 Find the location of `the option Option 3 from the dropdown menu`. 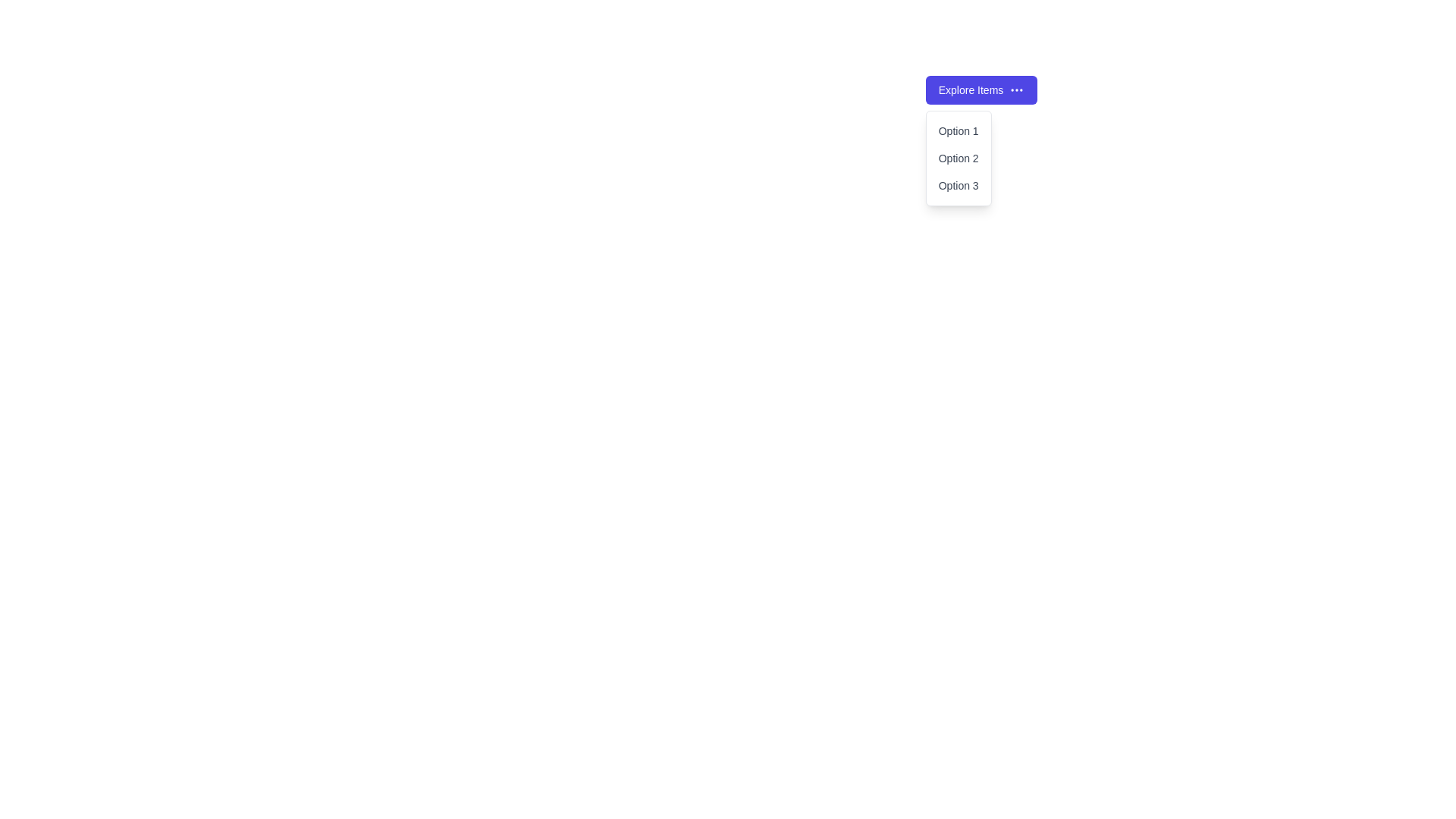

the option Option 3 from the dropdown menu is located at coordinates (958, 185).